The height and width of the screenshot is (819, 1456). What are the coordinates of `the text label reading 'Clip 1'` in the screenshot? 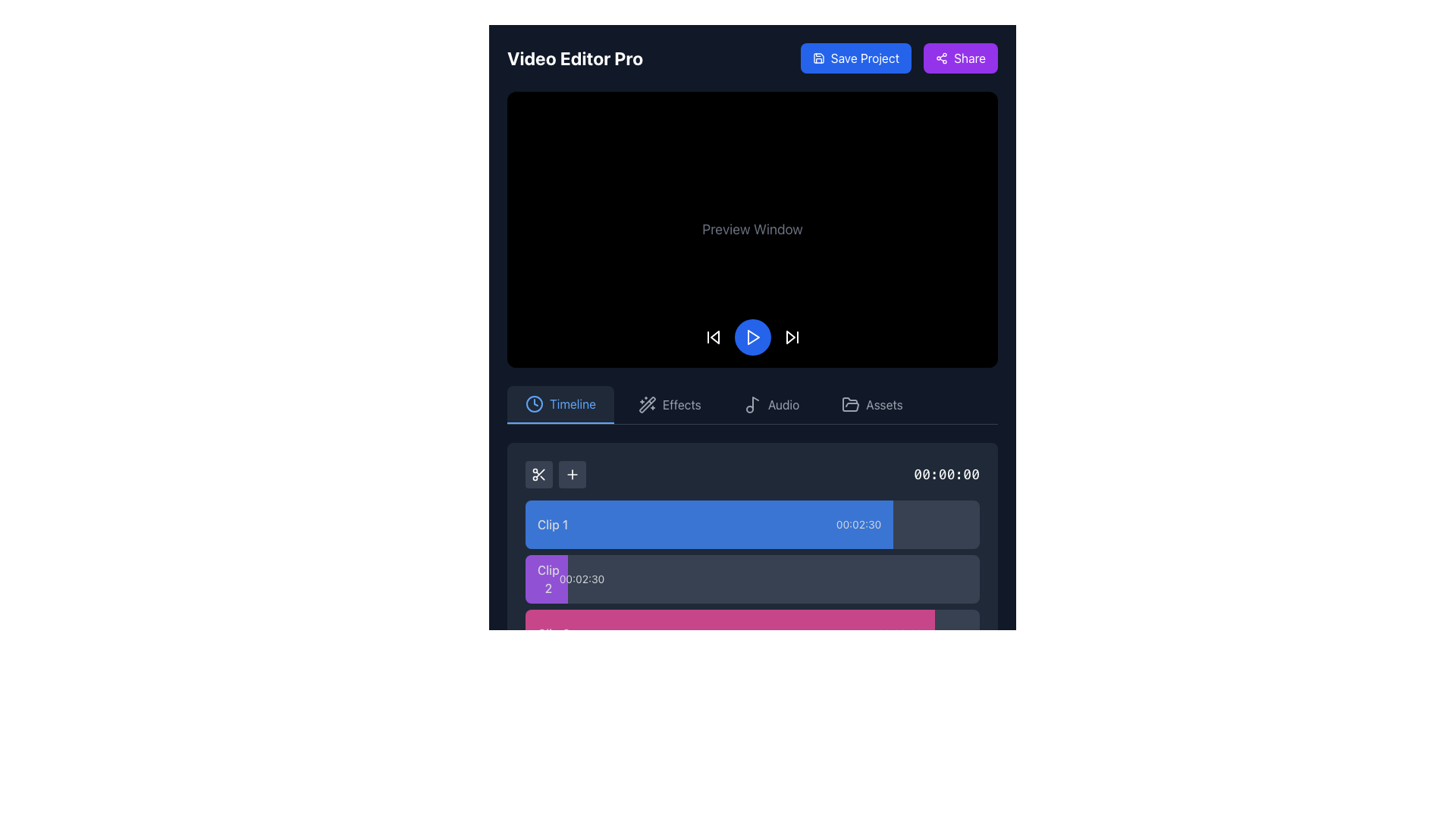 It's located at (552, 523).